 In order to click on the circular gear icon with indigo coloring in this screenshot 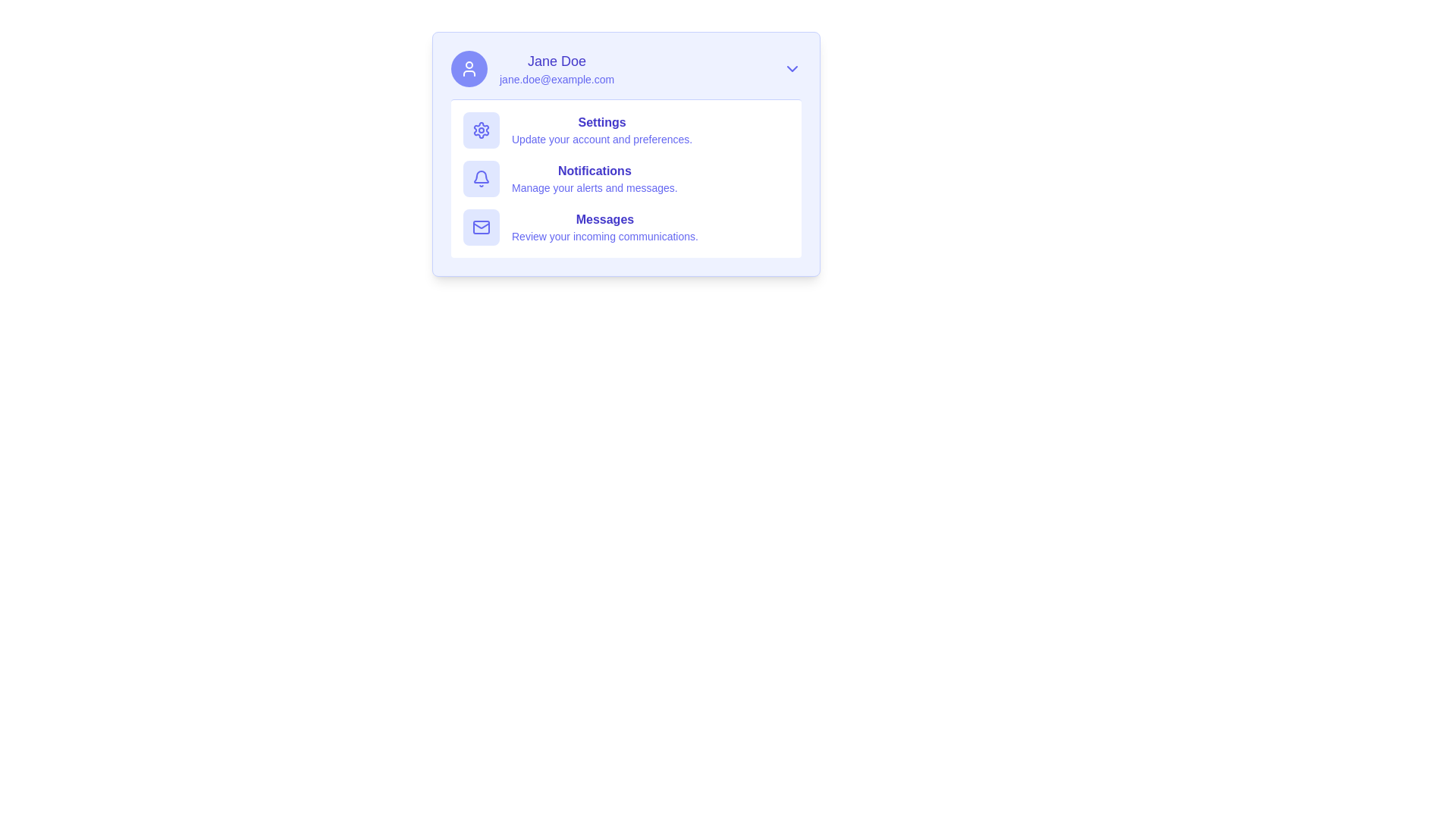, I will do `click(480, 130)`.